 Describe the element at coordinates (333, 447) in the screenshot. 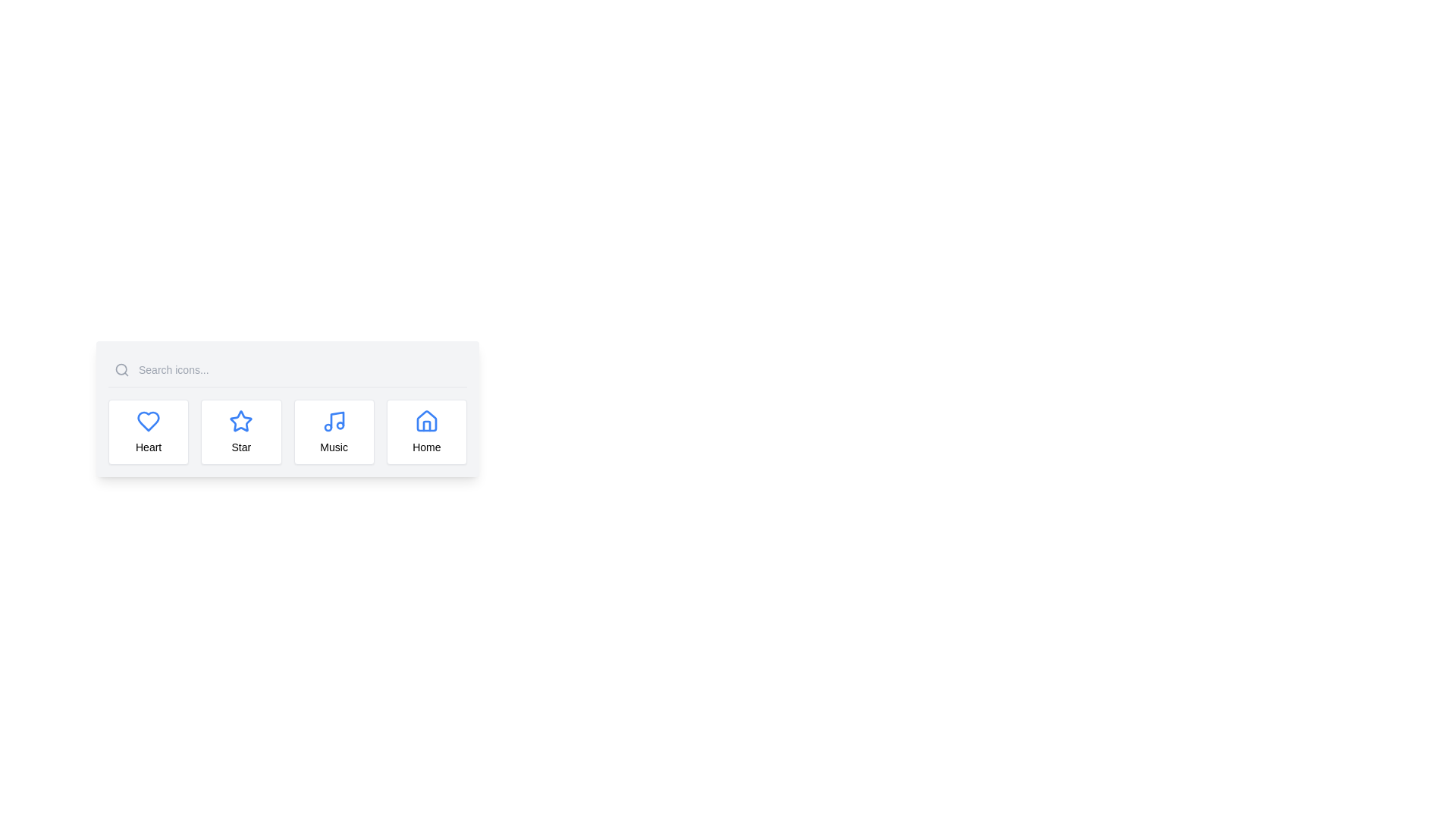

I see `the descriptive text label located at the bottom of the card containing the music icon` at that location.